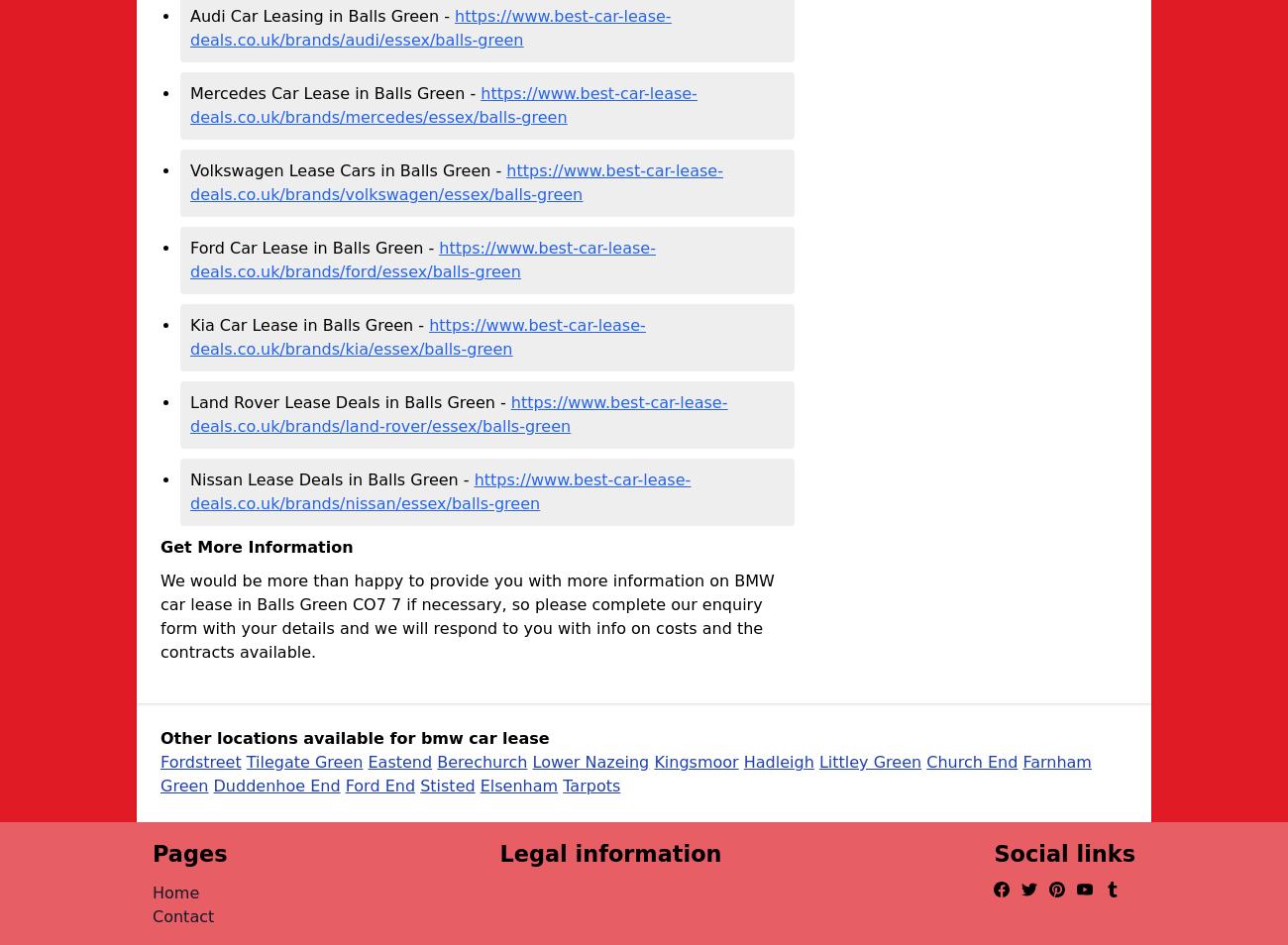 The width and height of the screenshot is (1288, 945). What do you see at coordinates (458, 414) in the screenshot?
I see `'https://www.best-car-lease-deals.co.uk/brands/land-rover/essex/balls-green'` at bounding box center [458, 414].